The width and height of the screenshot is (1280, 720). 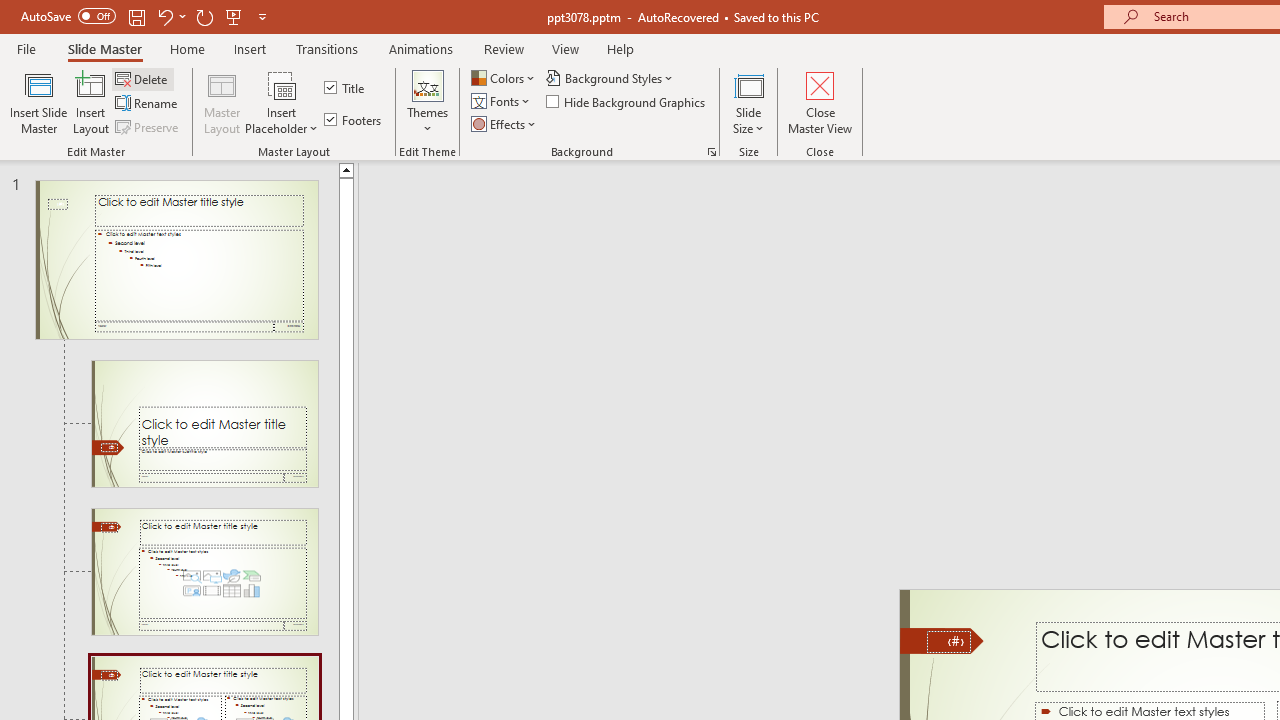 What do you see at coordinates (503, 101) in the screenshot?
I see `'Fonts'` at bounding box center [503, 101].